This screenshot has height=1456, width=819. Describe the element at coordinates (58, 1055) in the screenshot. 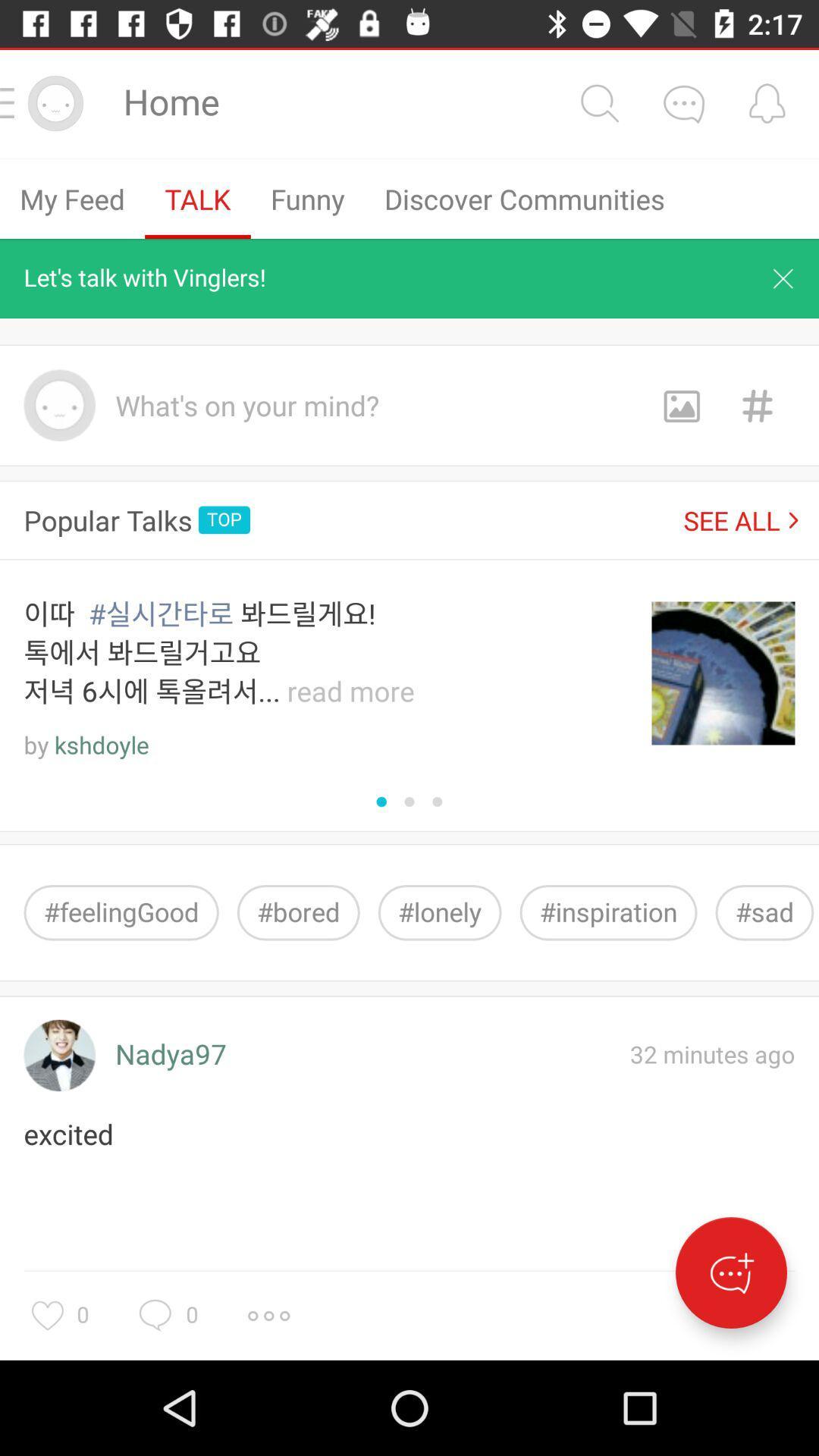

I see `profile picture` at that location.